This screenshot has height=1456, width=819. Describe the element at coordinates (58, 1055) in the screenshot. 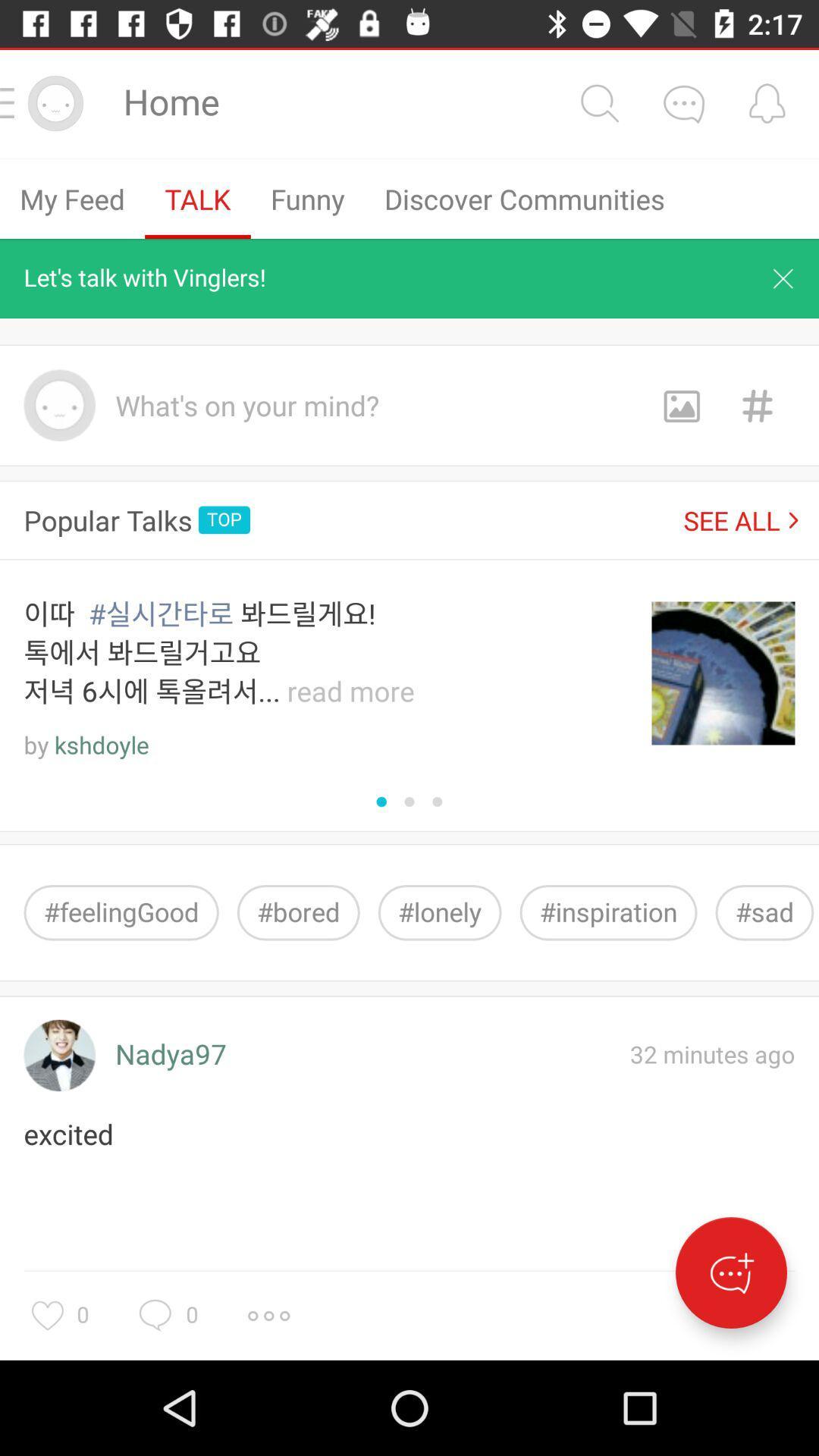

I see `profile picture` at that location.